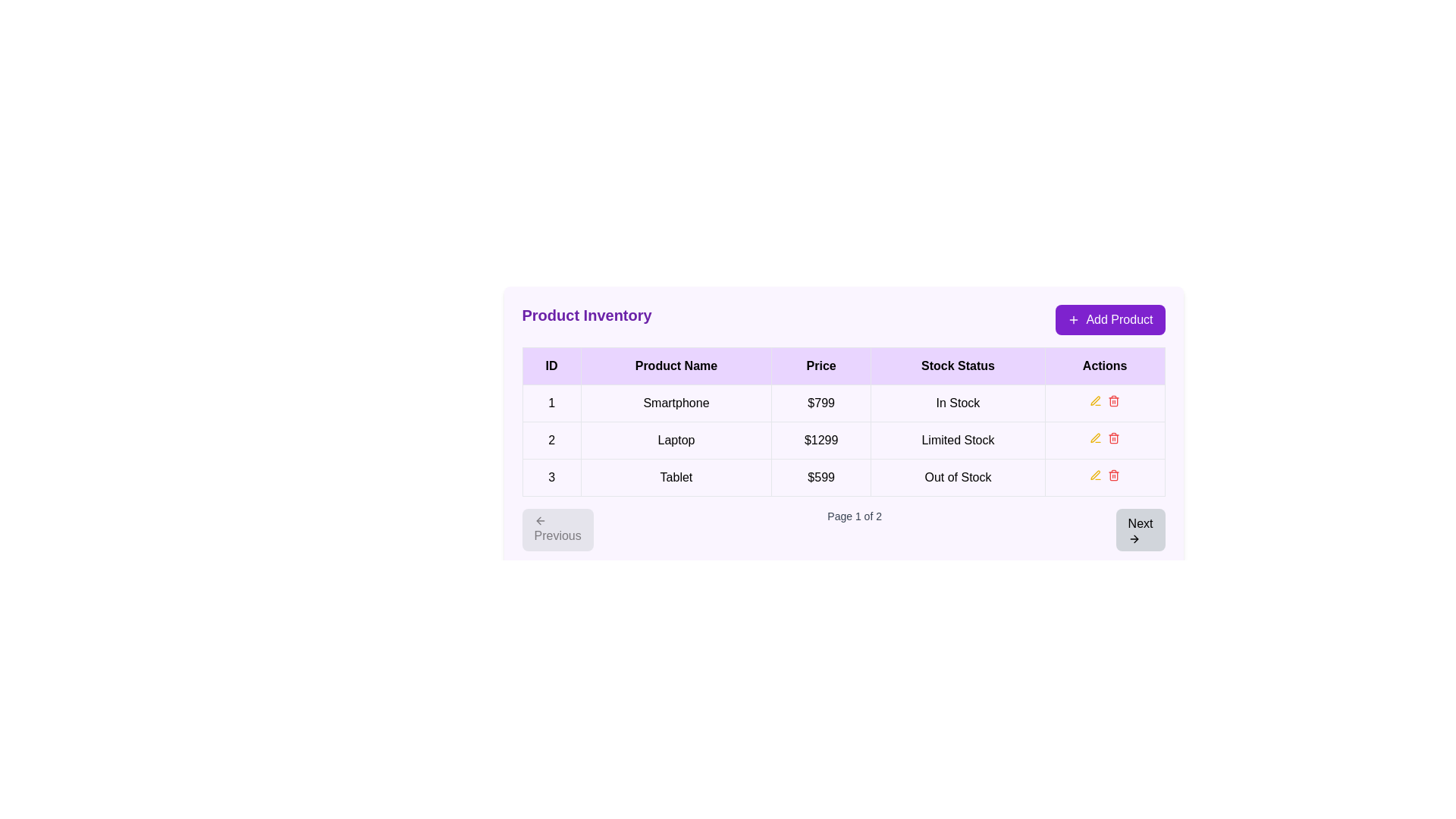 The height and width of the screenshot is (819, 1456). What do you see at coordinates (821, 403) in the screenshot?
I see `text content displayed in the Text Display Element showing '$799' in bold typography on a light purple background, located in the first row of the table under the 'Price' column` at bounding box center [821, 403].